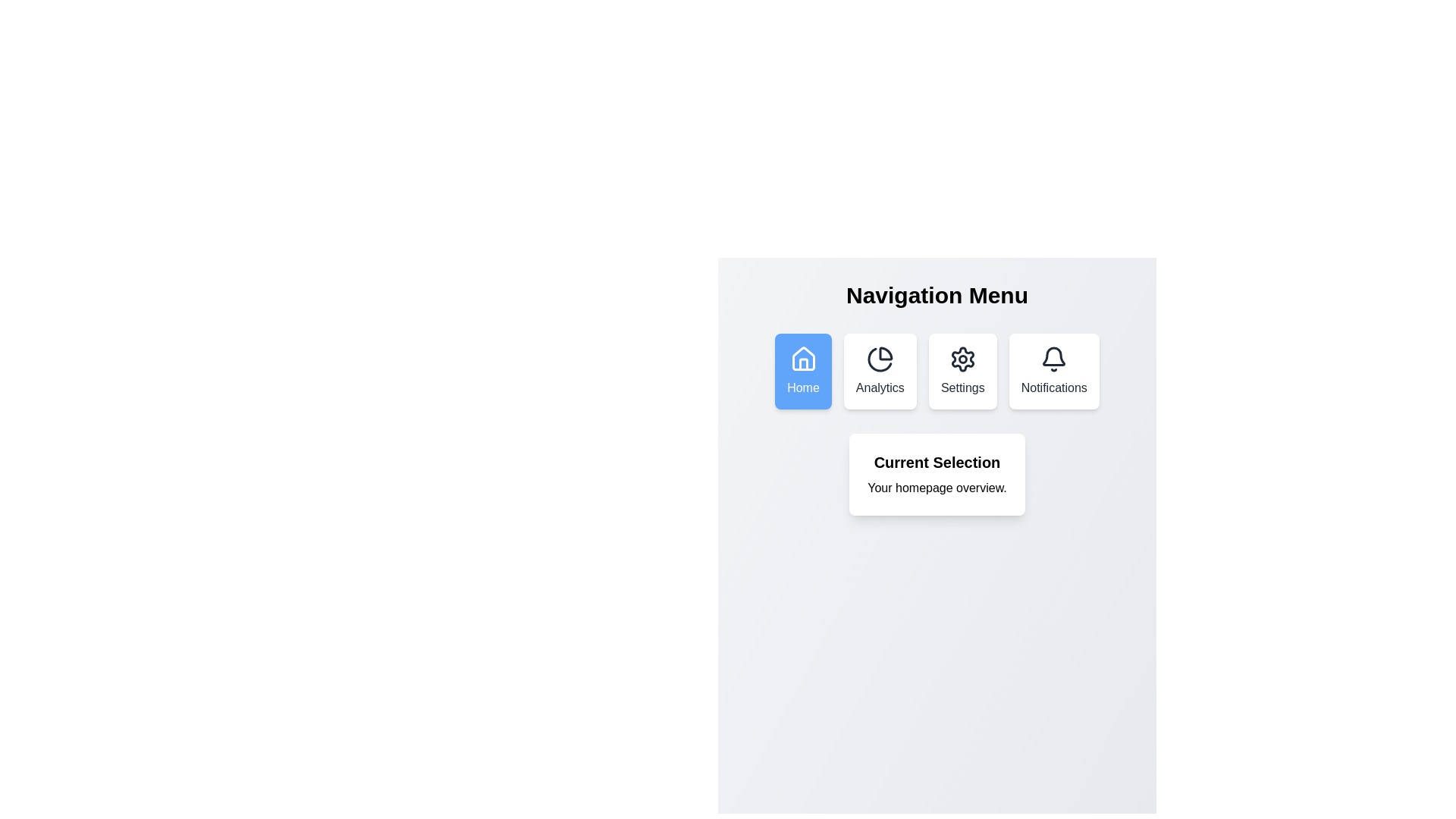  What do you see at coordinates (880, 371) in the screenshot?
I see `the menu item labeled Analytics to navigate to the corresponding section` at bounding box center [880, 371].